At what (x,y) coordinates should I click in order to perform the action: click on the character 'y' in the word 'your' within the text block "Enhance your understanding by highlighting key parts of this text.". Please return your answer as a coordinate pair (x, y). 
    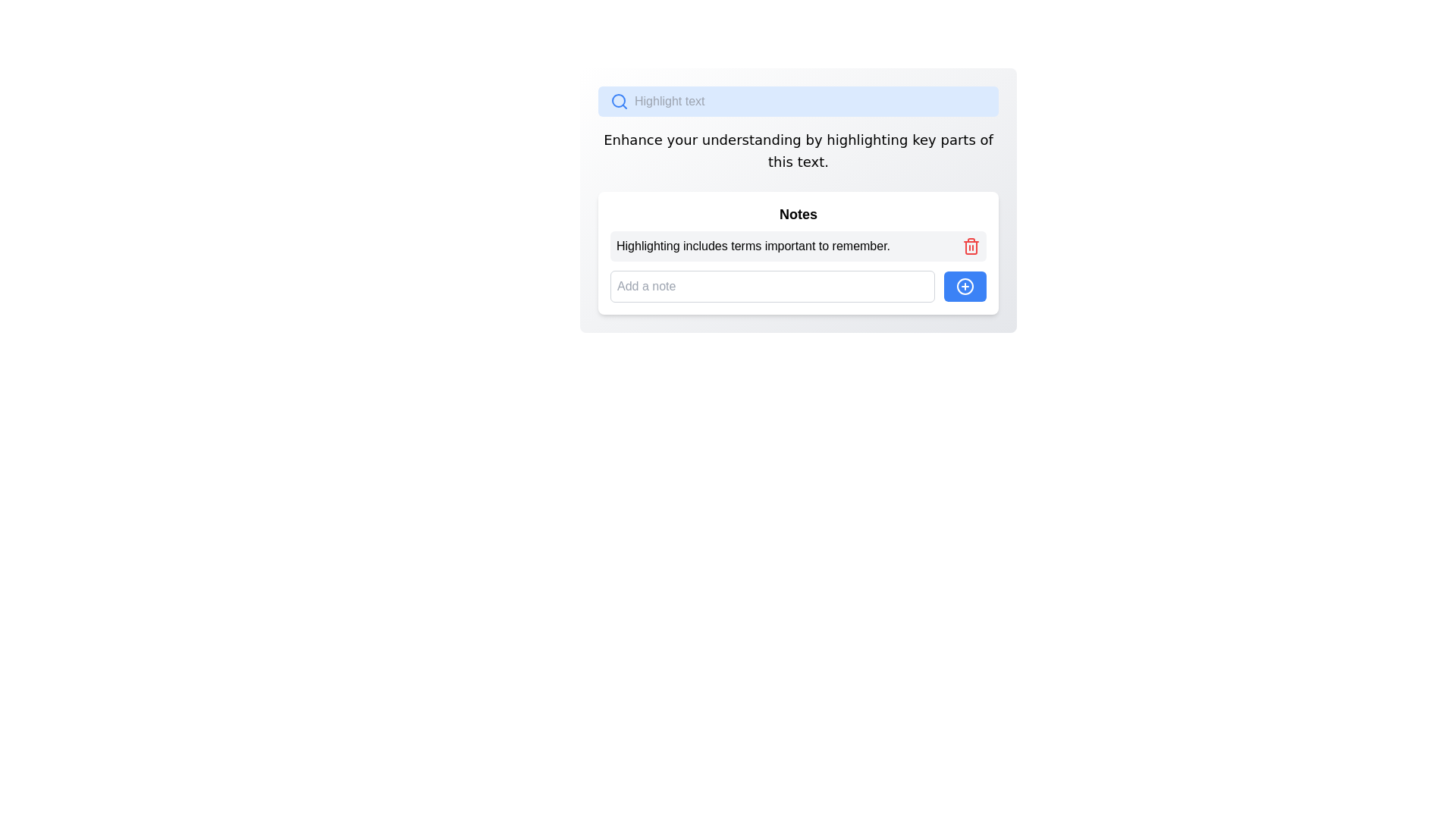
    Looking at the image, I should click on (670, 140).